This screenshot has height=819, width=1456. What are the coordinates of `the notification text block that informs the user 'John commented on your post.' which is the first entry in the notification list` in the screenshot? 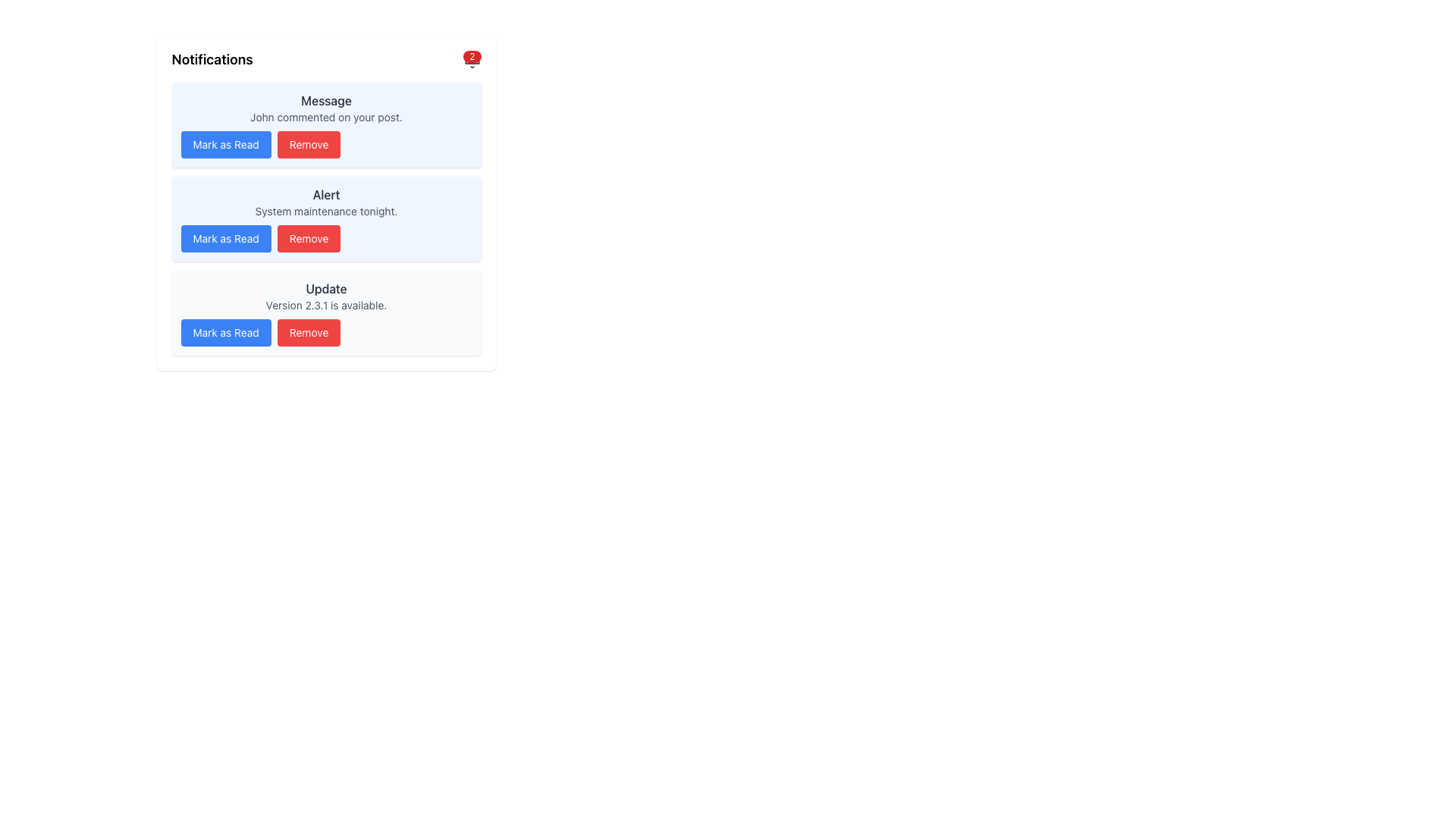 It's located at (325, 107).